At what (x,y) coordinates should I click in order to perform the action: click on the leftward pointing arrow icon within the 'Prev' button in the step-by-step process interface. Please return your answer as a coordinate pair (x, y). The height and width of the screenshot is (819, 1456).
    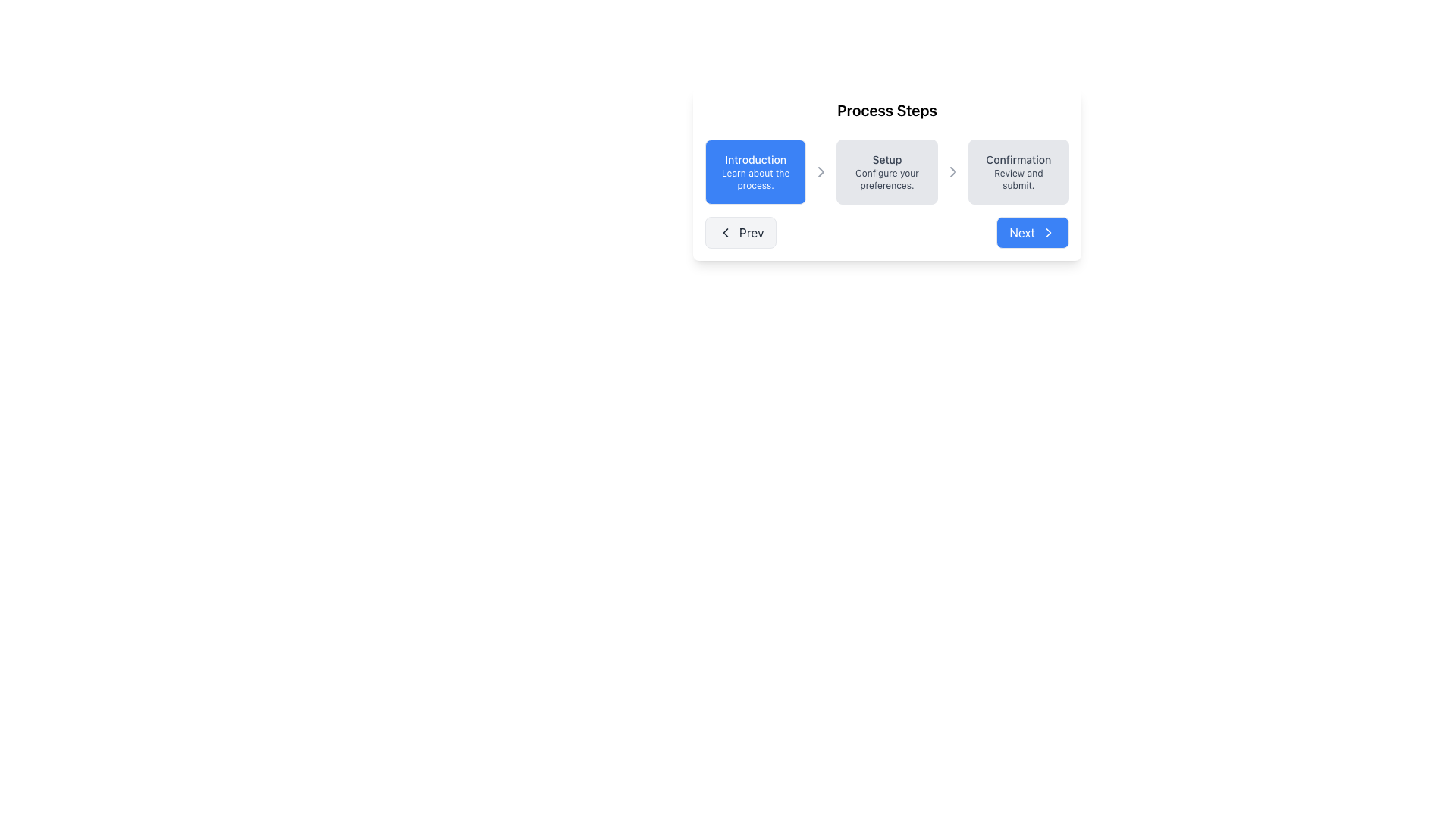
    Looking at the image, I should click on (724, 233).